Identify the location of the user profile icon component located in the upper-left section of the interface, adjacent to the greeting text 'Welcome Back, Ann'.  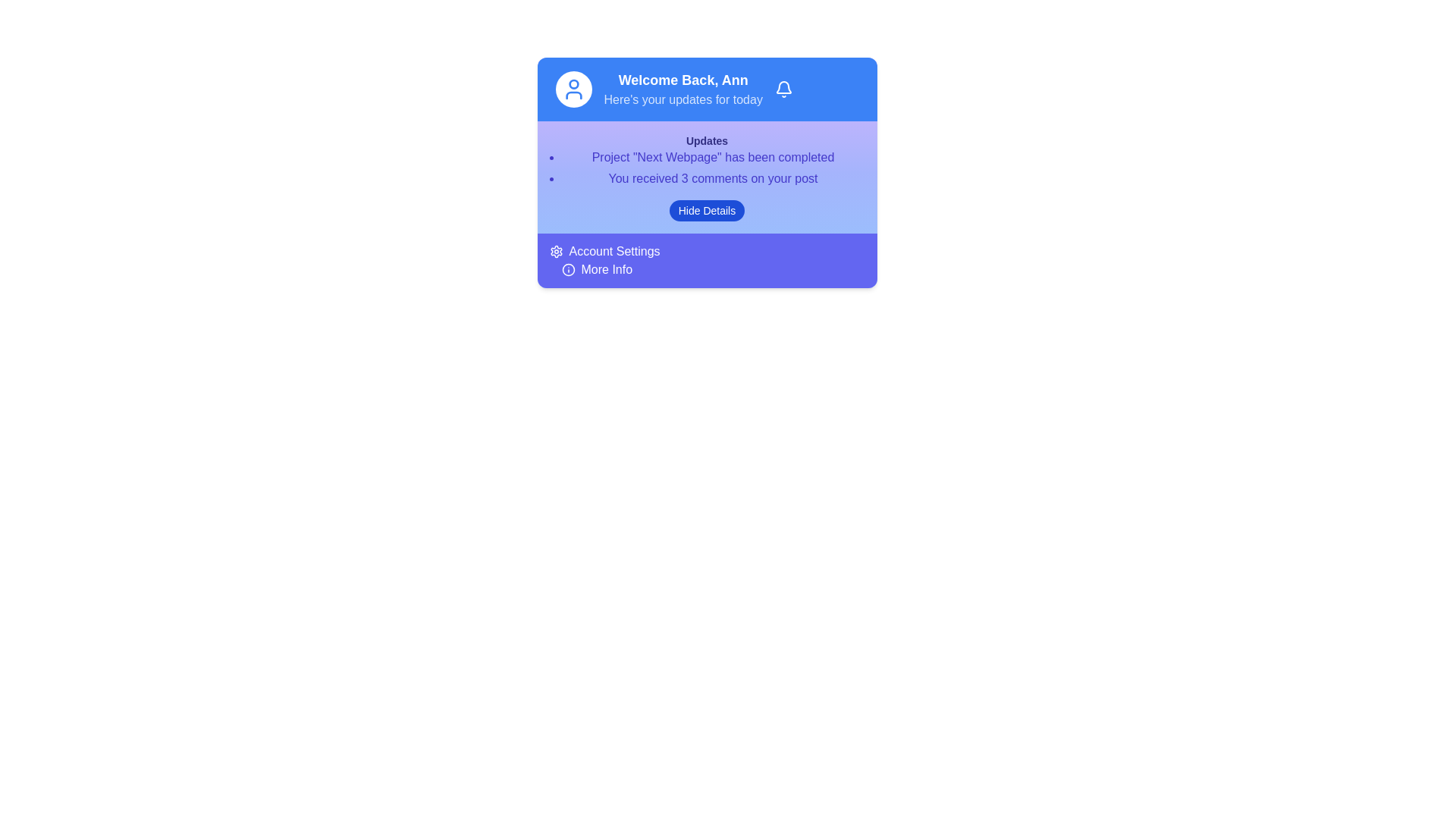
(573, 96).